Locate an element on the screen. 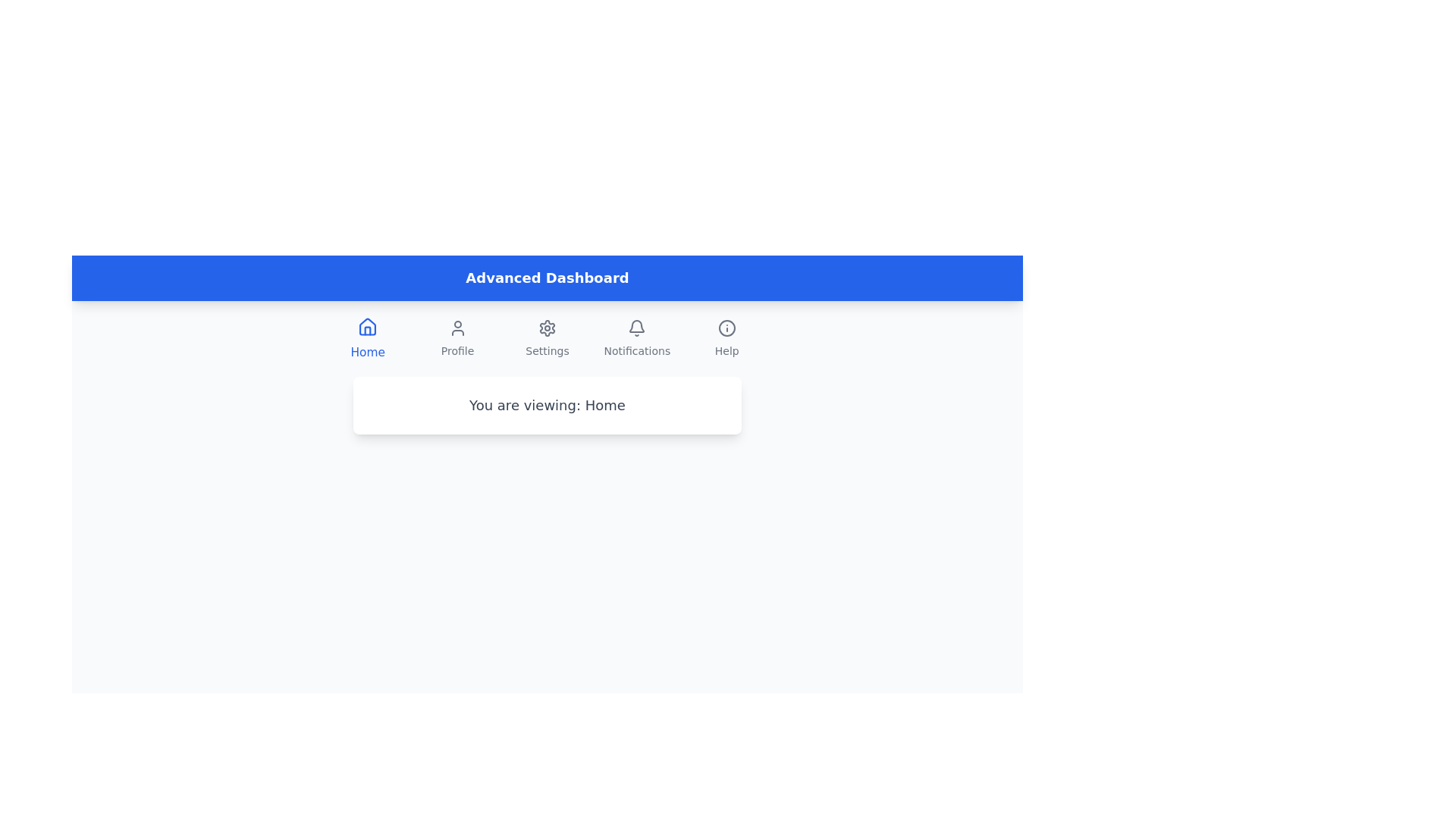 This screenshot has height=819, width=1456. the notification icon located in the horizontal navigation bar, which is the fourth item from the left, positioned next to the Settings gear icon on the left and the Help icon on the right is located at coordinates (637, 325).